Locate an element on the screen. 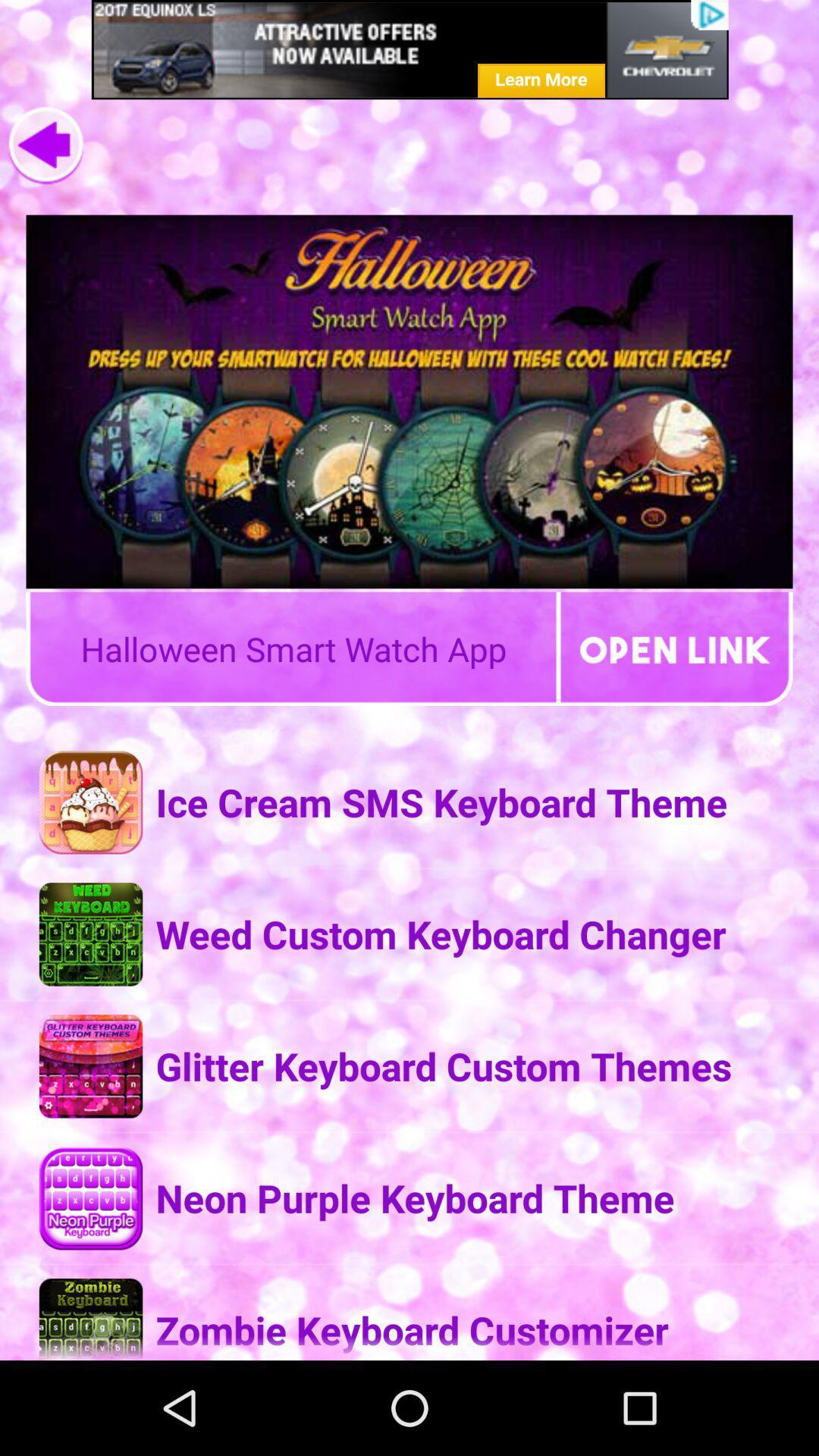 The height and width of the screenshot is (1456, 819). advert is located at coordinates (409, 49).